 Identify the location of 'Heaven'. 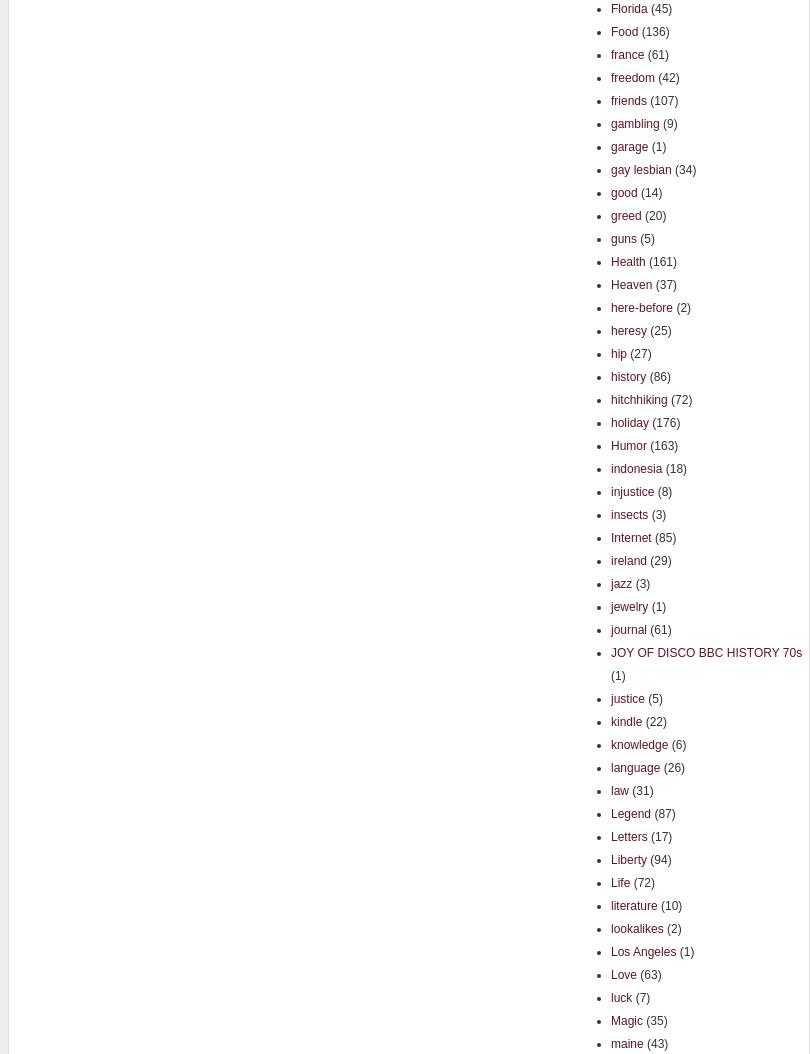
(630, 282).